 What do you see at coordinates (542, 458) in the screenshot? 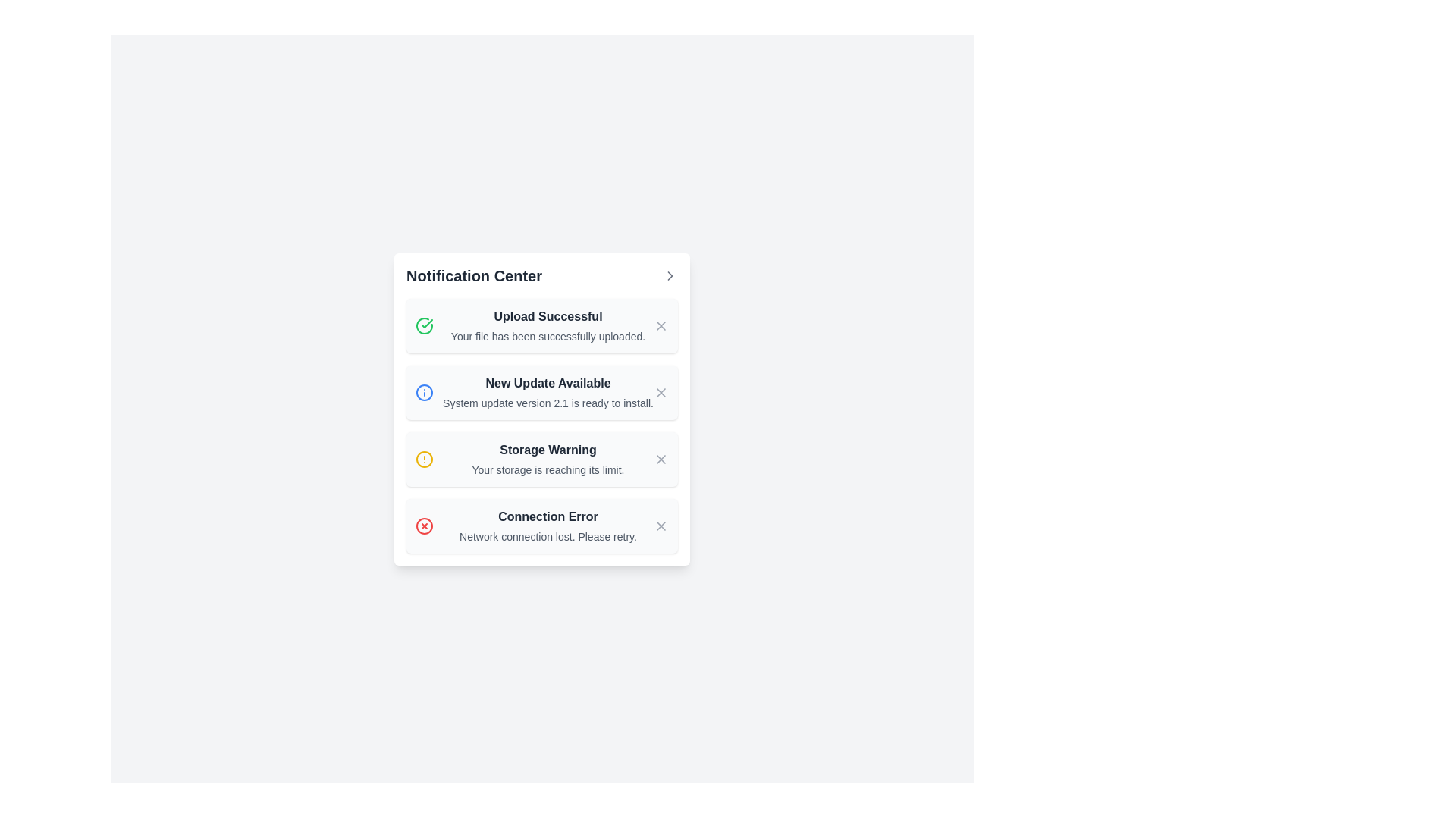
I see `the warning notification about storage usage nearing its limit, which includes a dismiss button and is located in the Notification Center` at bounding box center [542, 458].